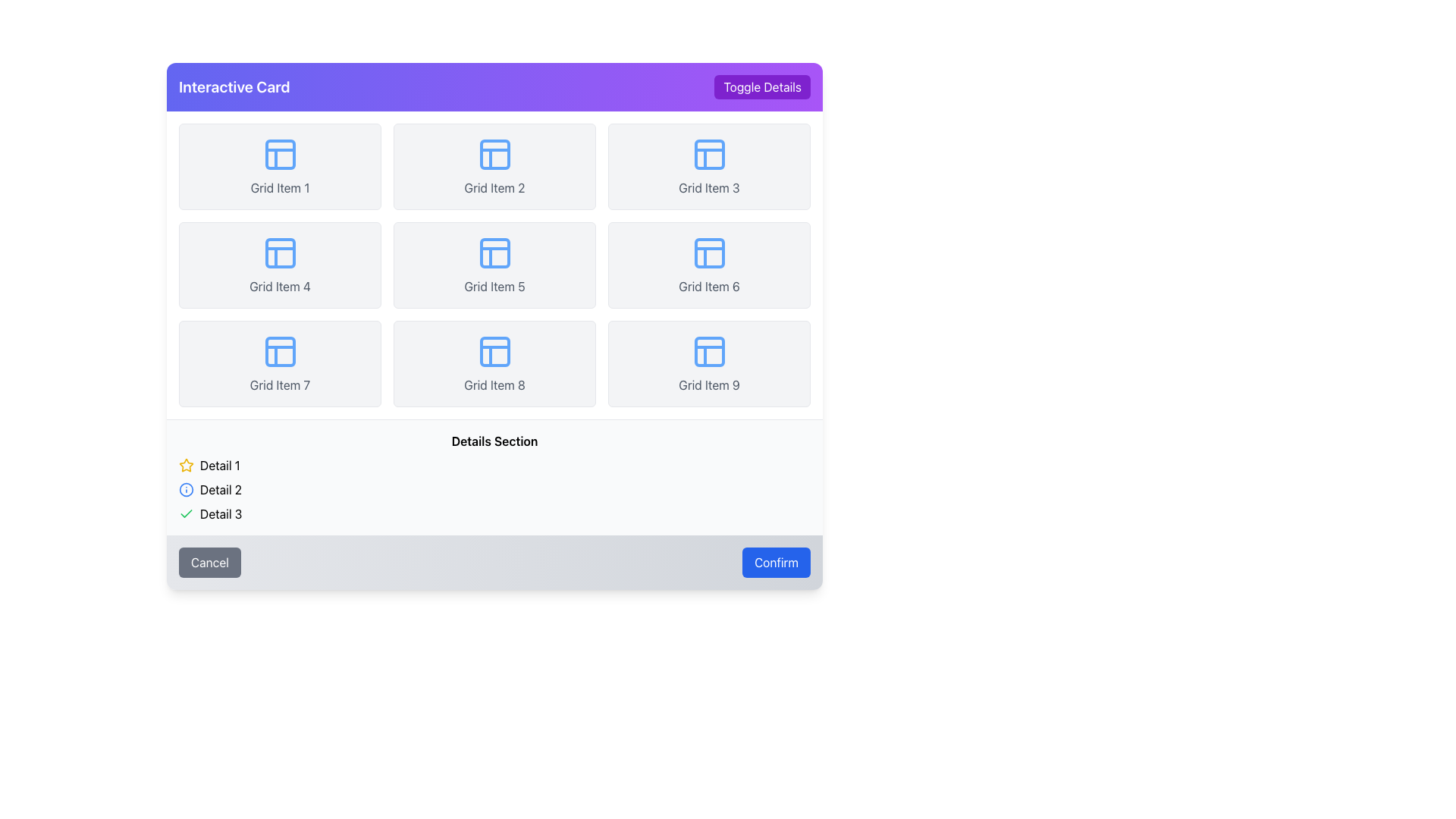 Image resolution: width=1456 pixels, height=819 pixels. Describe the element at coordinates (708, 363) in the screenshot. I see `the interactive card located in the bottom-right corner of the 3x3 grid layout, adjacent to 'Grid Item 8' and beneath 'Grid Item 6'` at that location.